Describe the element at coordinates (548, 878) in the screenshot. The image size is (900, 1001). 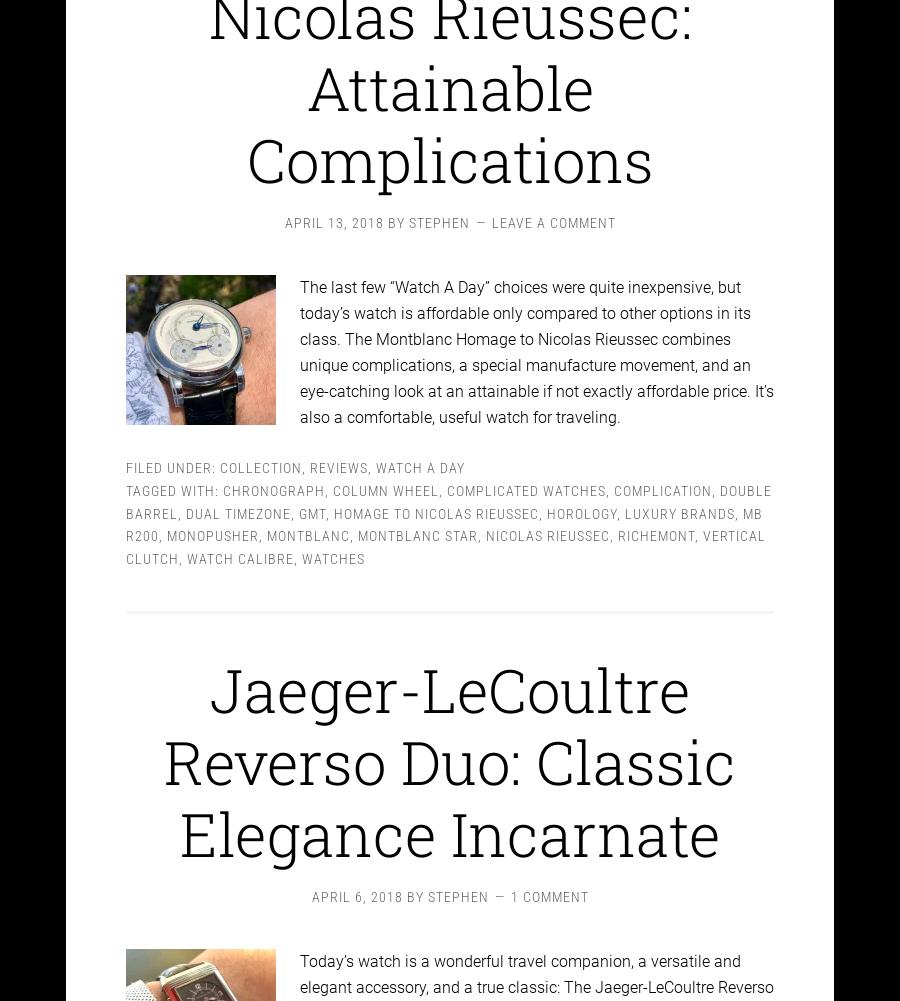
I see `'1 Comment'` at that location.